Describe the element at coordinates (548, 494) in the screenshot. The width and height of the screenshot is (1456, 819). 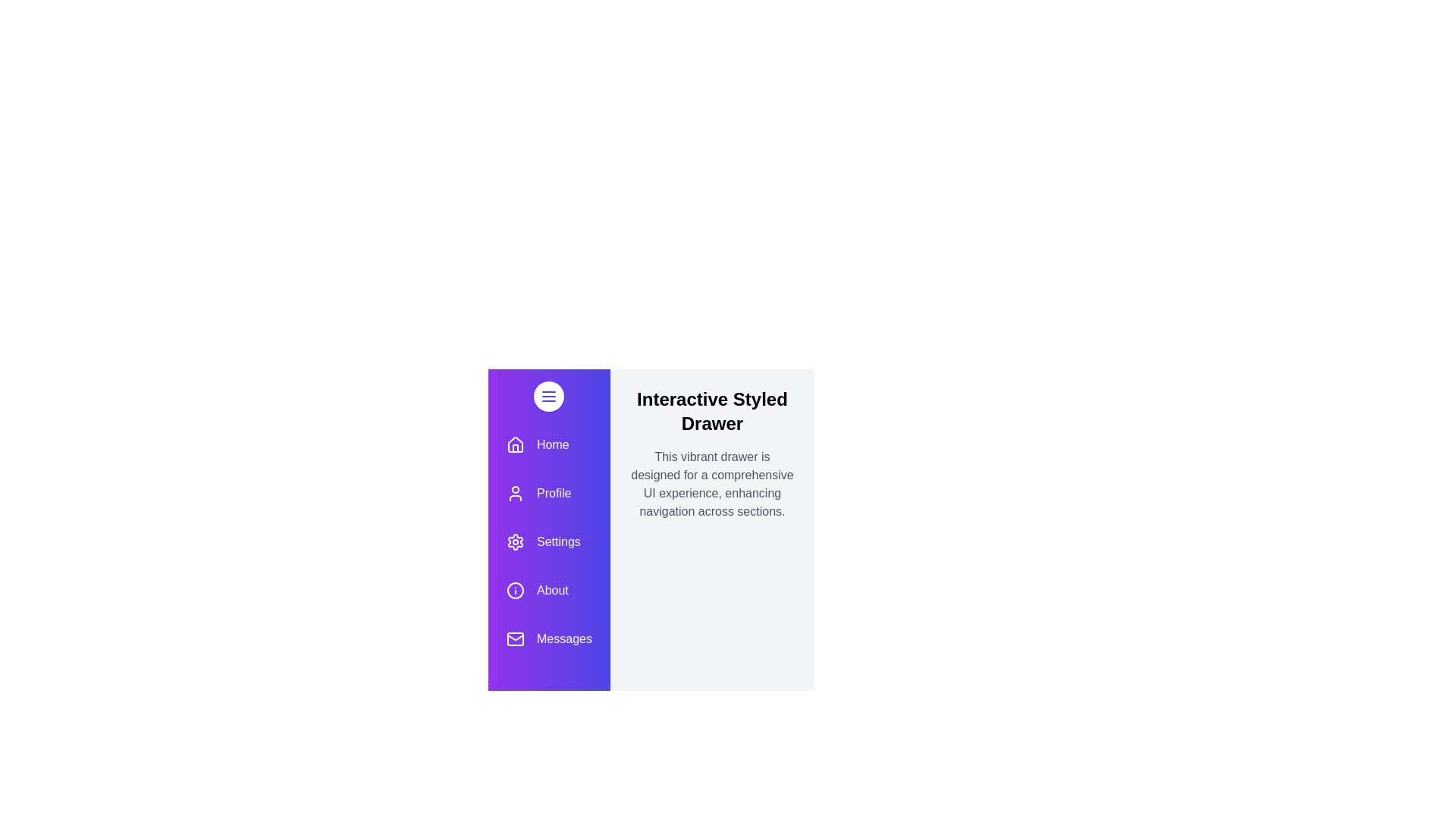
I see `the menu item labeled Profile` at that location.